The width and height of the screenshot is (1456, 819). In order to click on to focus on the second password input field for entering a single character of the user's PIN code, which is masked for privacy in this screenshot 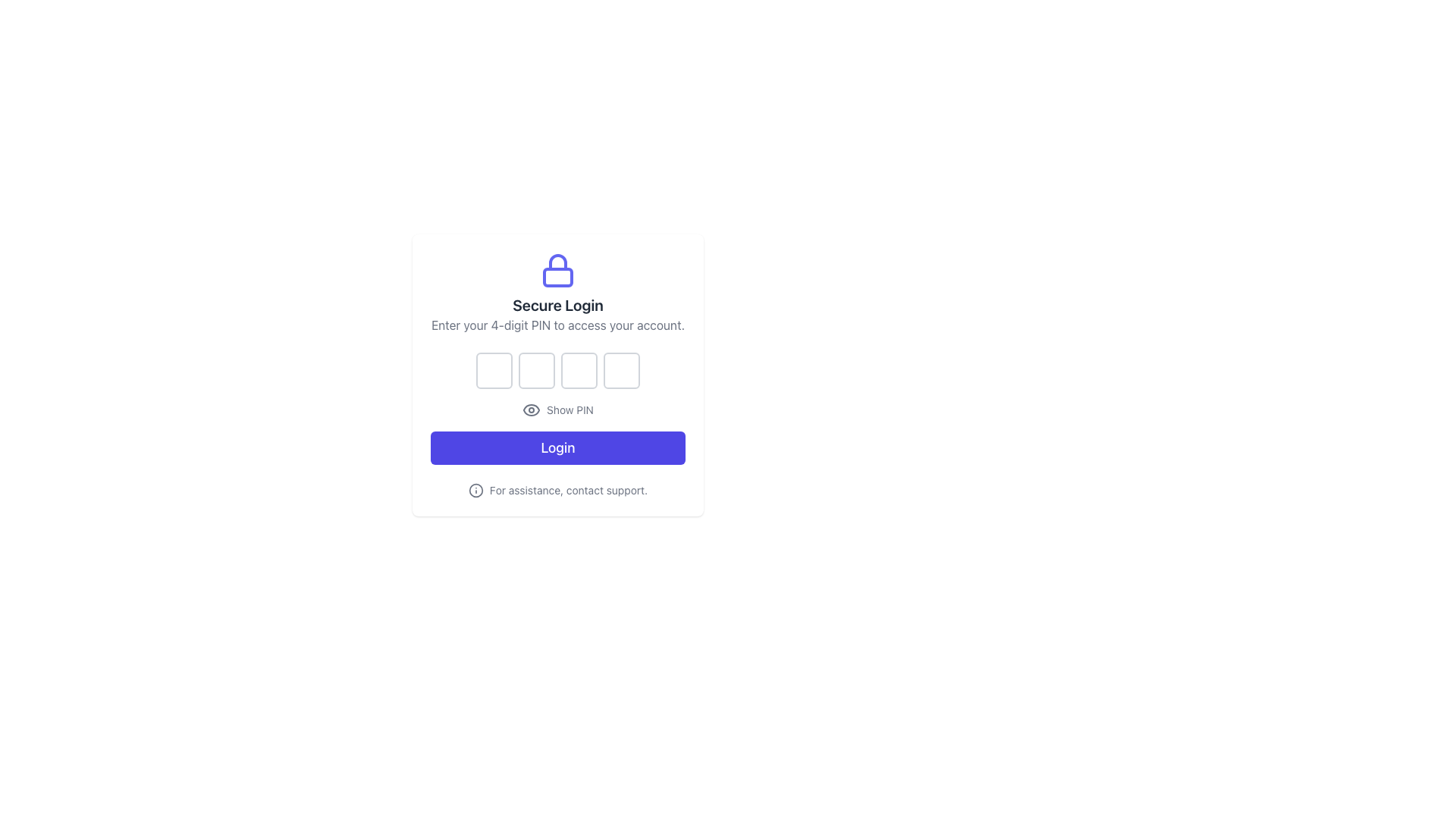, I will do `click(537, 371)`.